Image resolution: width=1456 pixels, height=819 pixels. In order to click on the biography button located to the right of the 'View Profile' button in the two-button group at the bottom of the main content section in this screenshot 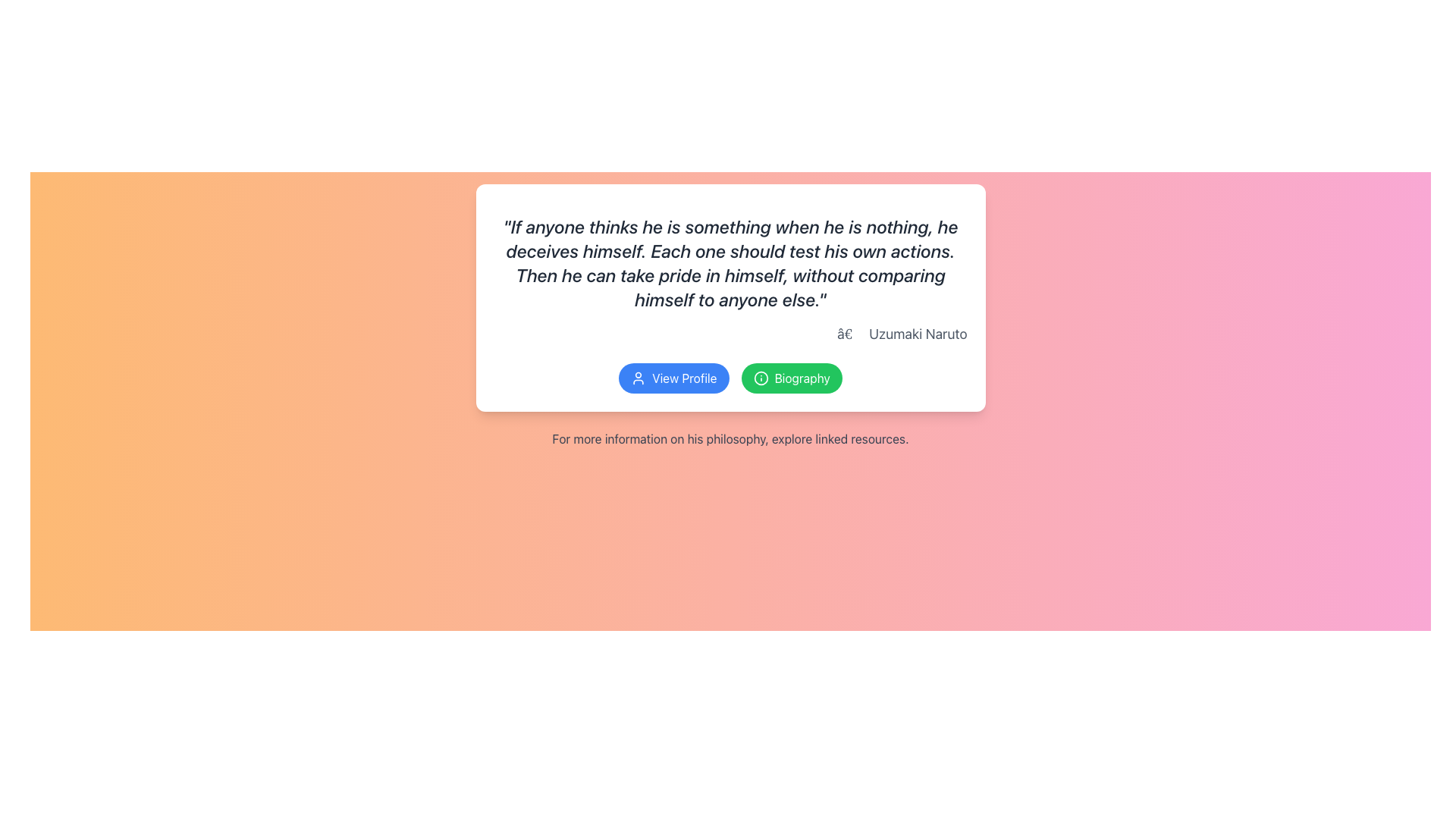, I will do `click(791, 377)`.